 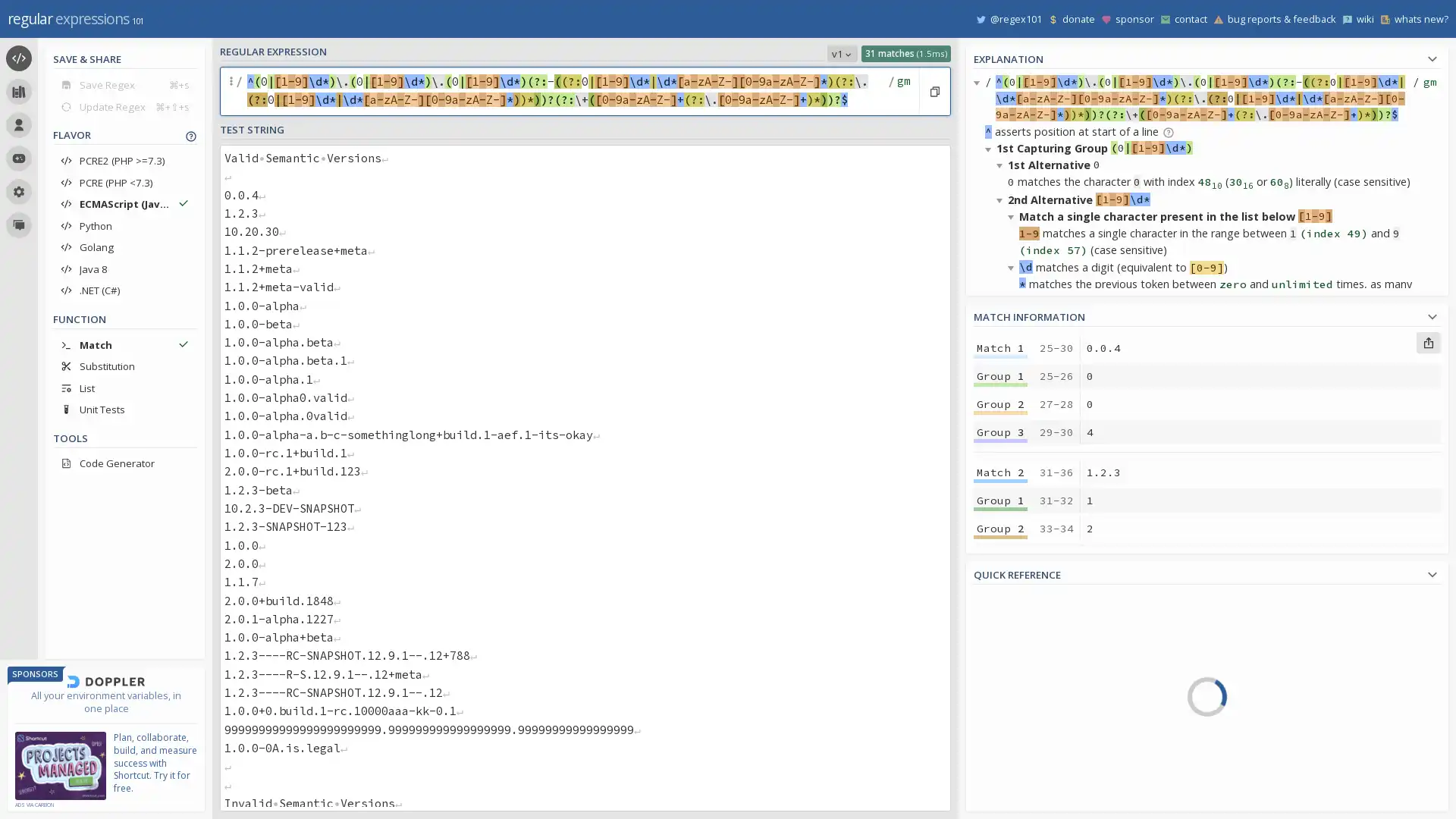 What do you see at coordinates (1013, 265) in the screenshot?
I see `Collapse Subtree` at bounding box center [1013, 265].